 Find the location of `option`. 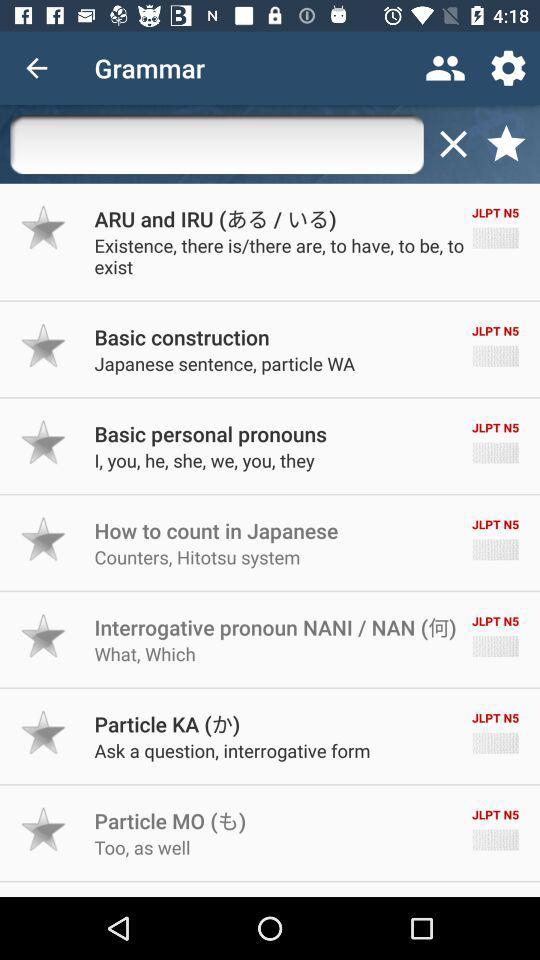

option is located at coordinates (44, 227).